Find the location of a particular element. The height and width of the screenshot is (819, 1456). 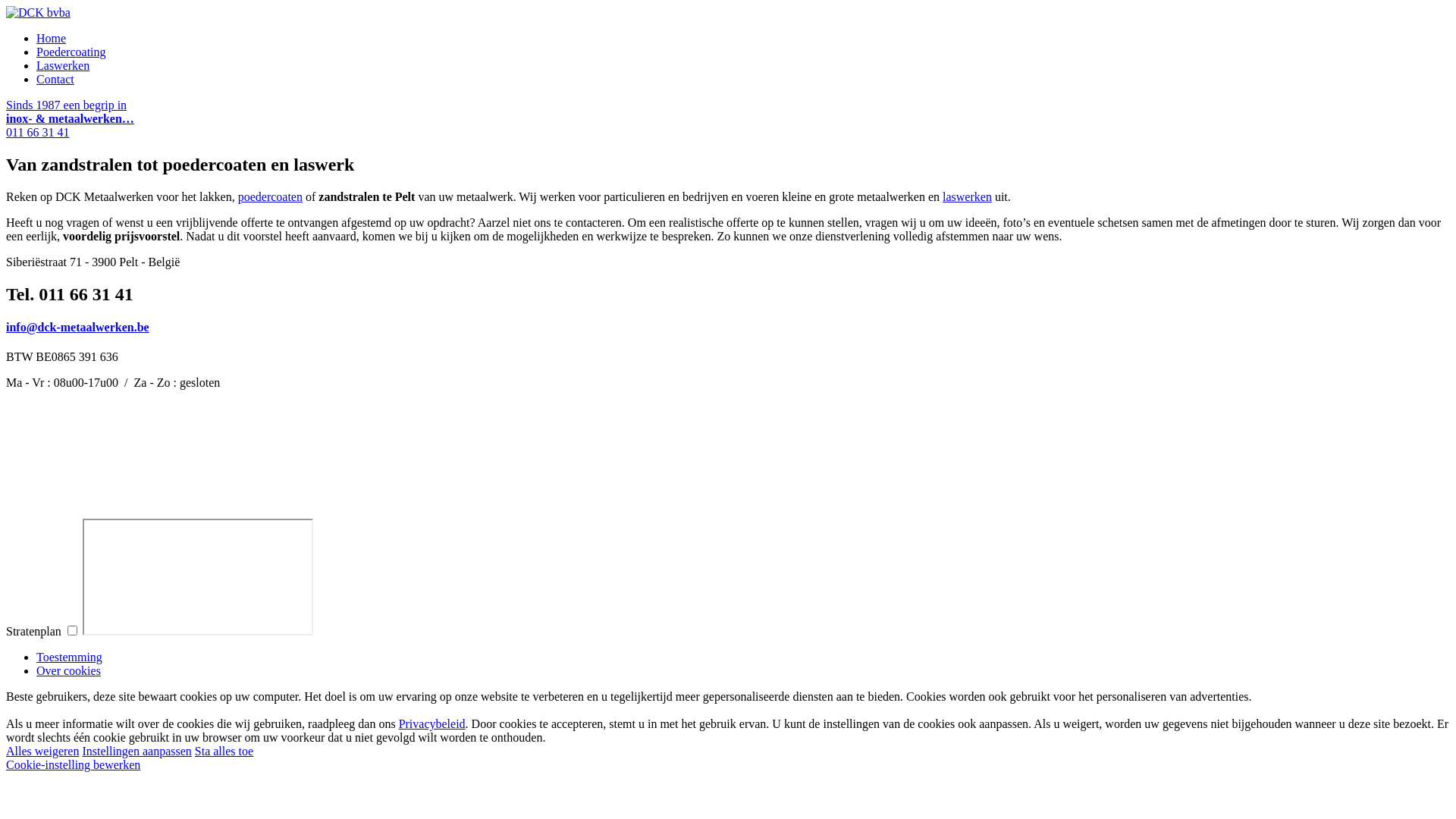

'laswerken' is located at coordinates (966, 196).